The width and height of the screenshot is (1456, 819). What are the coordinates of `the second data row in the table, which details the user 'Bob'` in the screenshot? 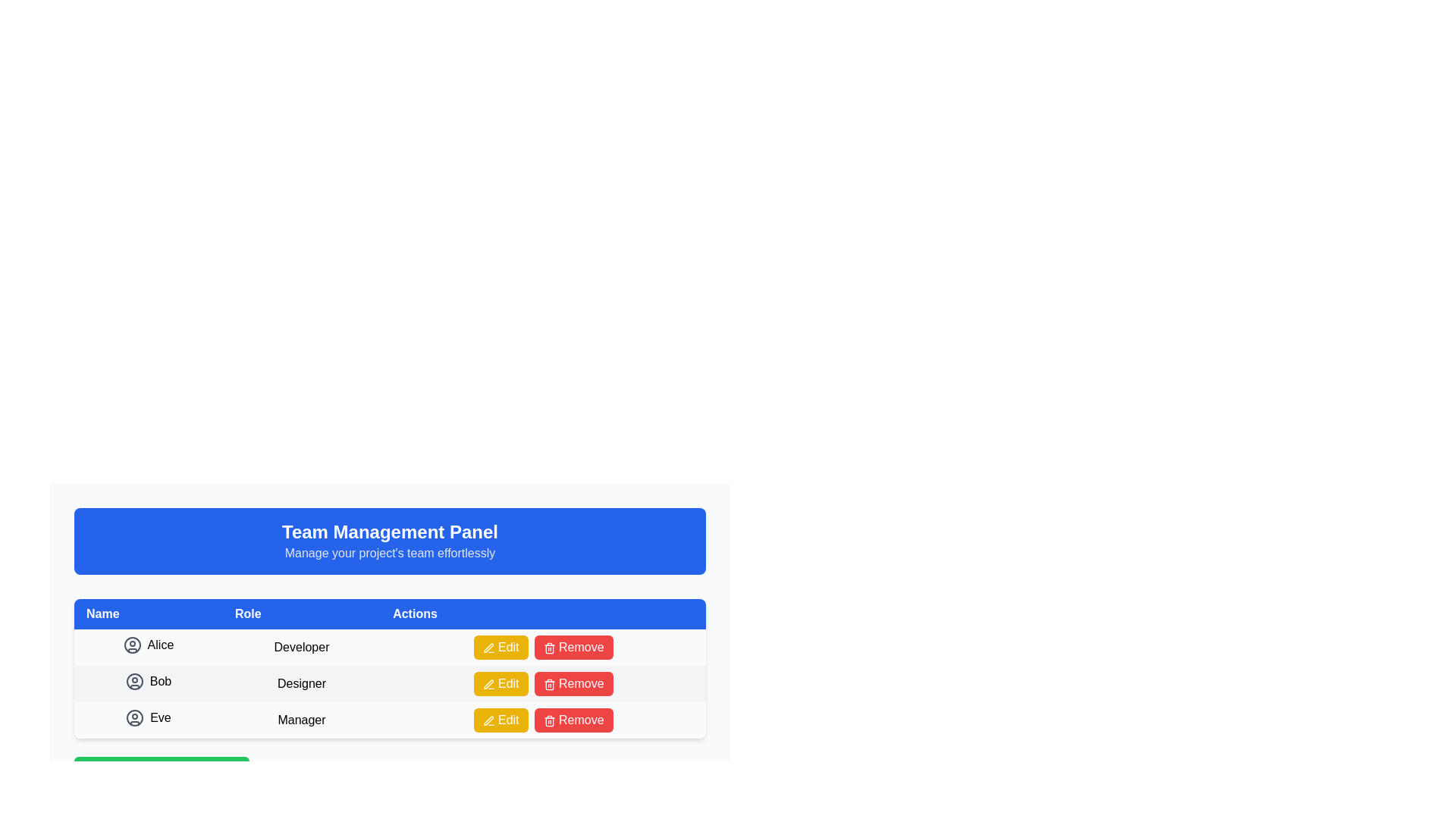 It's located at (390, 684).